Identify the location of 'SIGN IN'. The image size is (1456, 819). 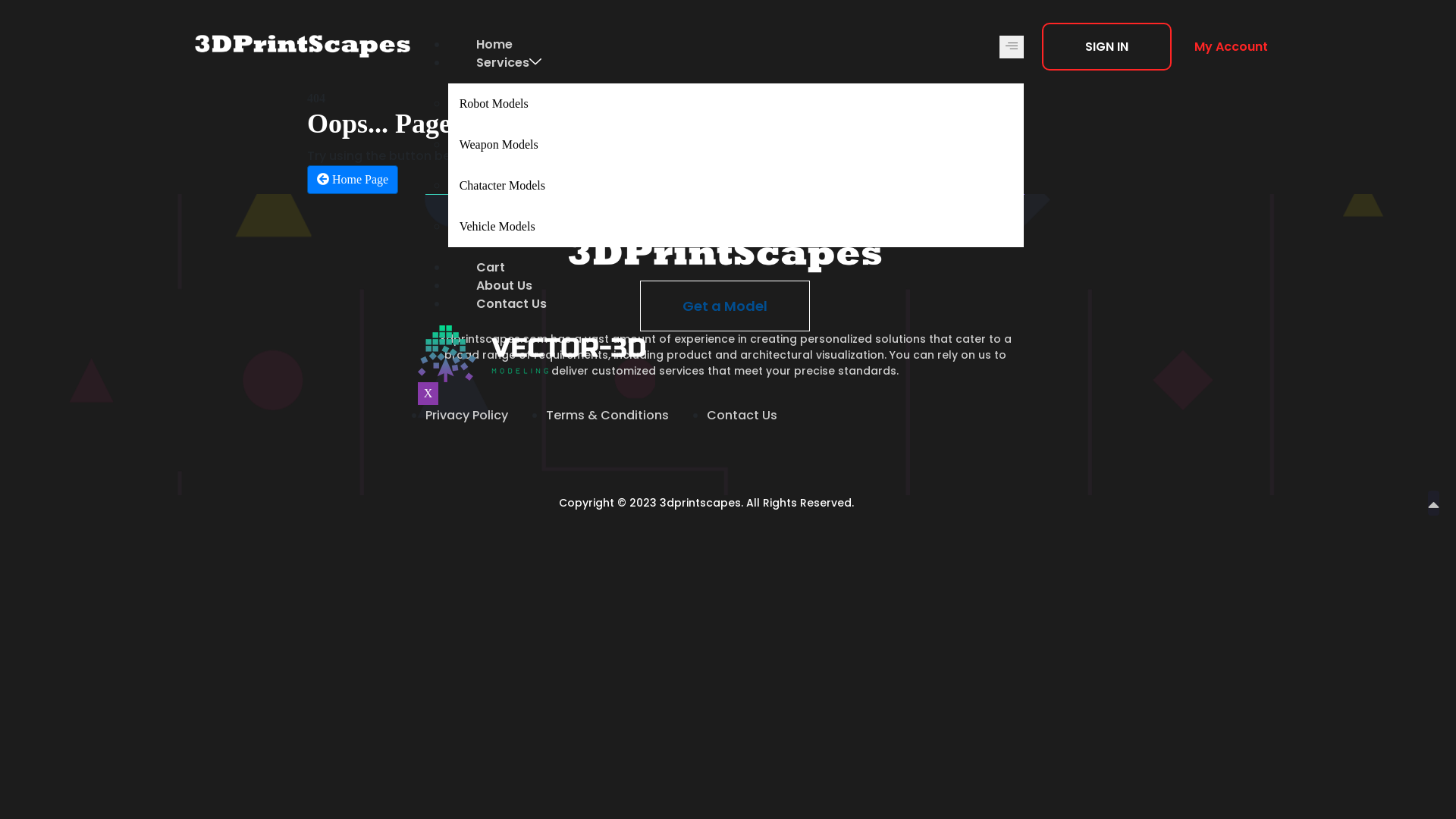
(1040, 45).